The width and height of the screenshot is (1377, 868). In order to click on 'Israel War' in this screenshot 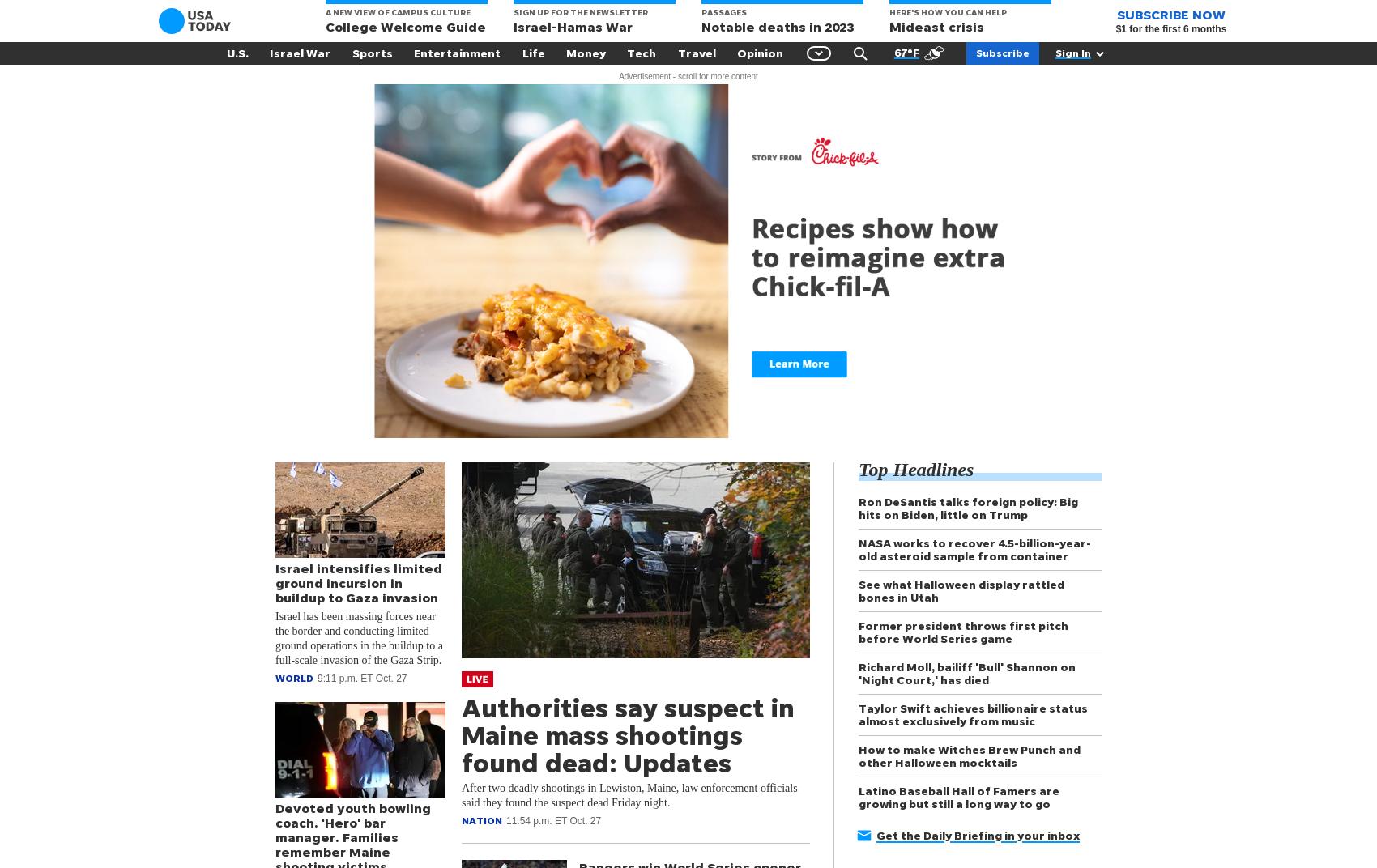, I will do `click(299, 52)`.